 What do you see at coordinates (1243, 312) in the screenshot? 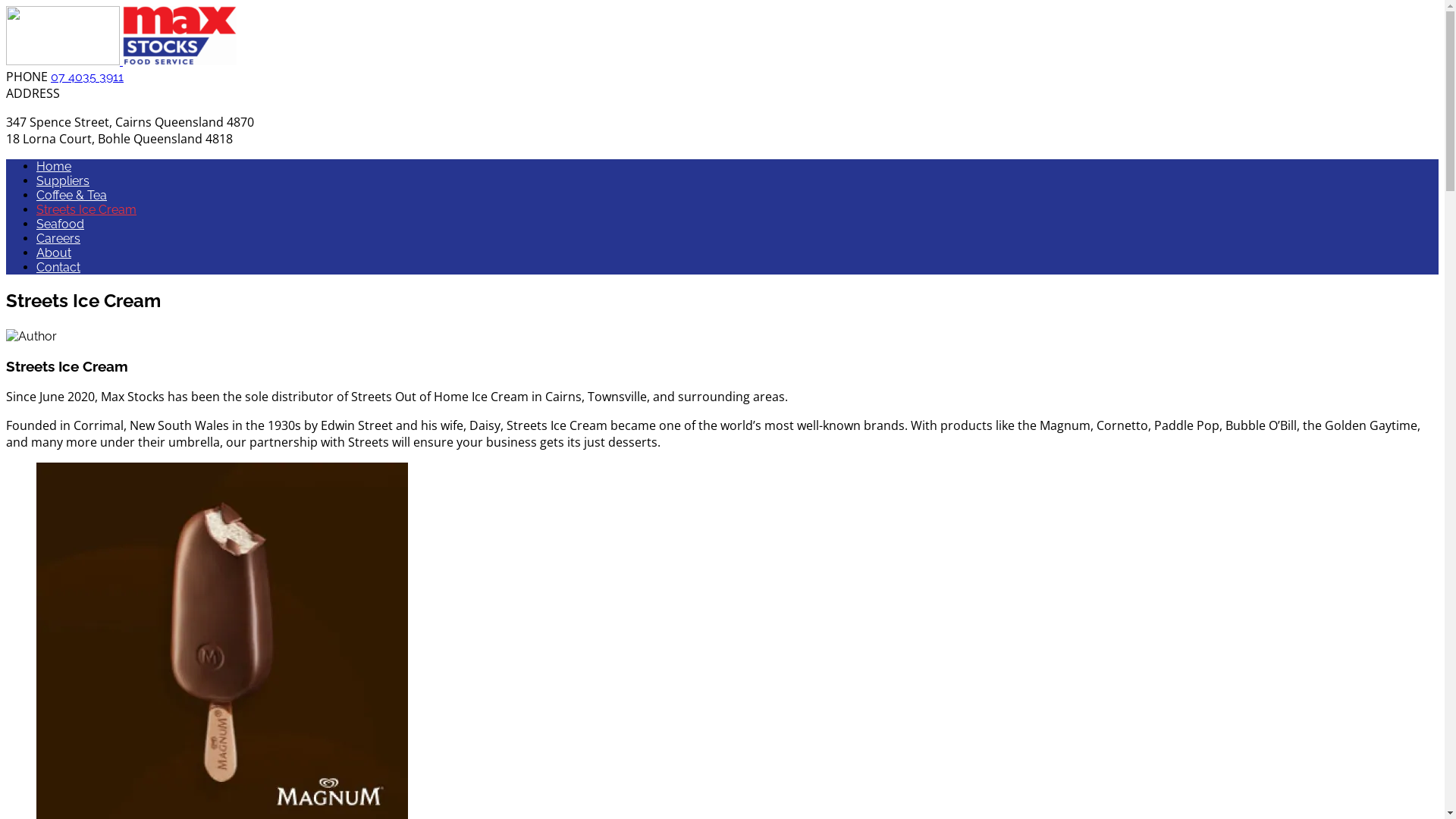
I see `'CREDIT APPLICATION'` at bounding box center [1243, 312].